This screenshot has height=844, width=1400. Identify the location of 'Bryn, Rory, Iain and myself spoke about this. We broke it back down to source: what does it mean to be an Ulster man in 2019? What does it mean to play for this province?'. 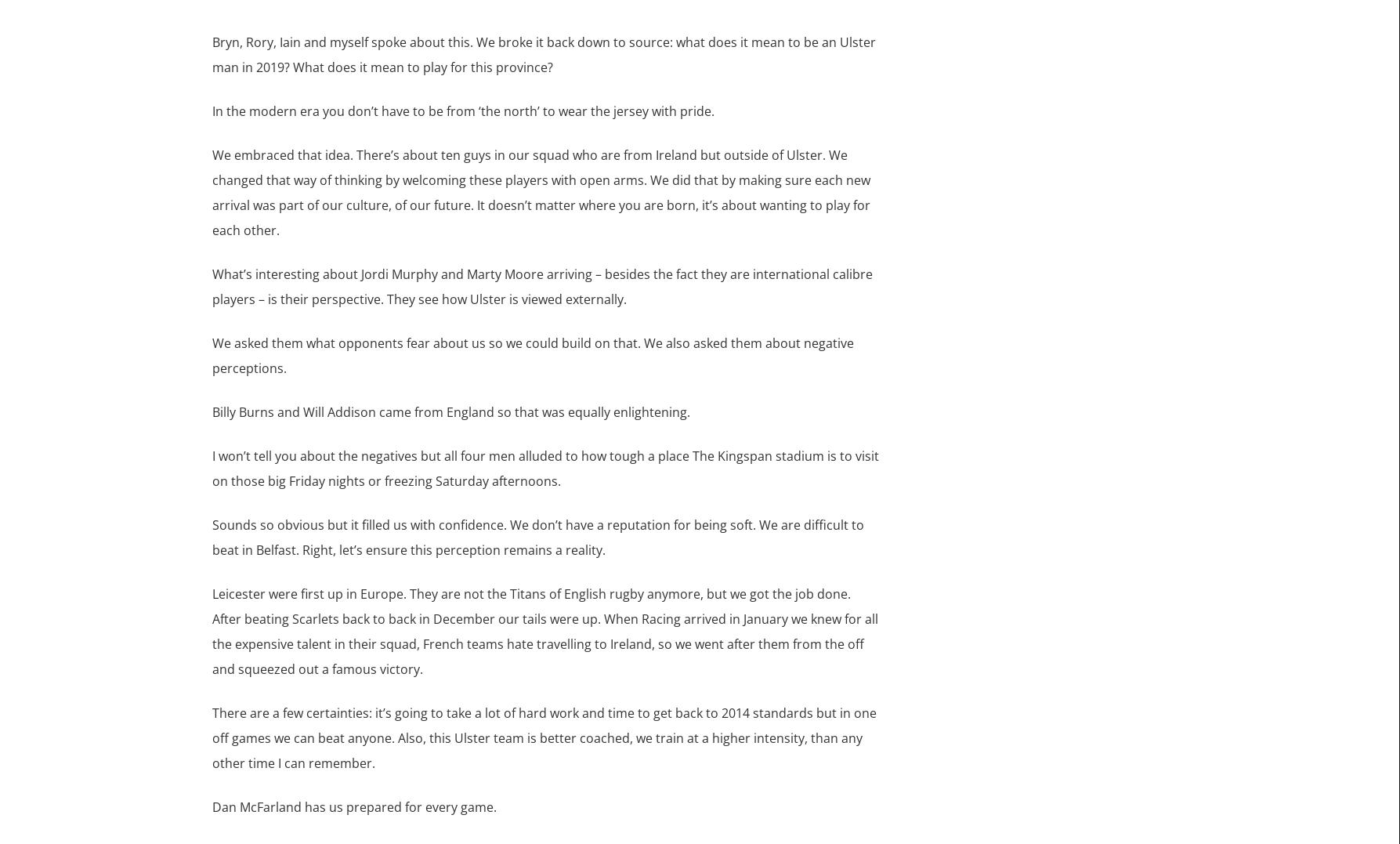
(542, 54).